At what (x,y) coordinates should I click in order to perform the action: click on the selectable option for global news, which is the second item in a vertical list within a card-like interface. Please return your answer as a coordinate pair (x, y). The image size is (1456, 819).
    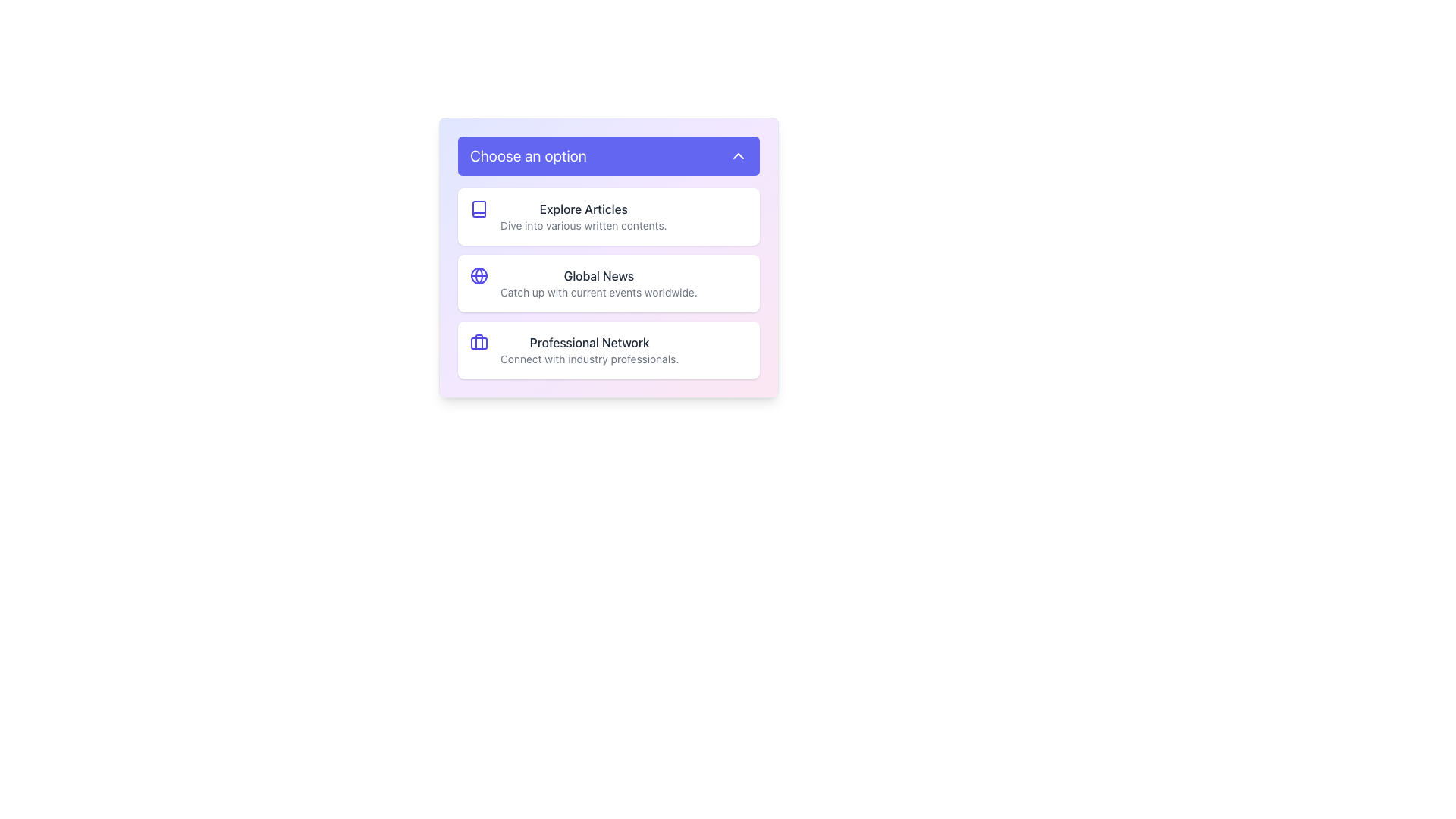
    Looking at the image, I should click on (598, 284).